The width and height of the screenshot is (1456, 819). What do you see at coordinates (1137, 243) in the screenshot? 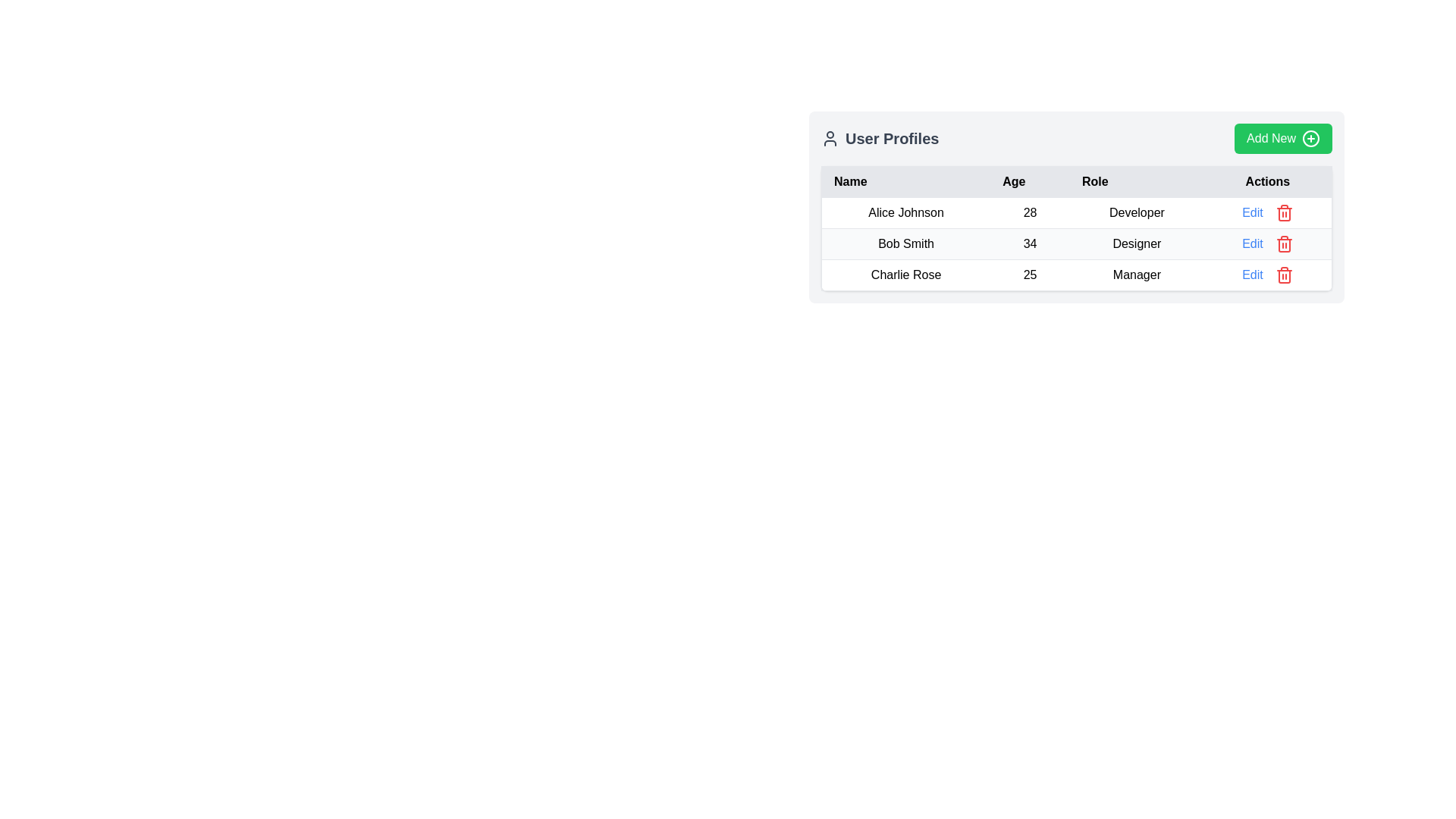
I see `the informational label displaying the role of user 'Bob Smith' in the second row of the table under the 'Role' column` at bounding box center [1137, 243].